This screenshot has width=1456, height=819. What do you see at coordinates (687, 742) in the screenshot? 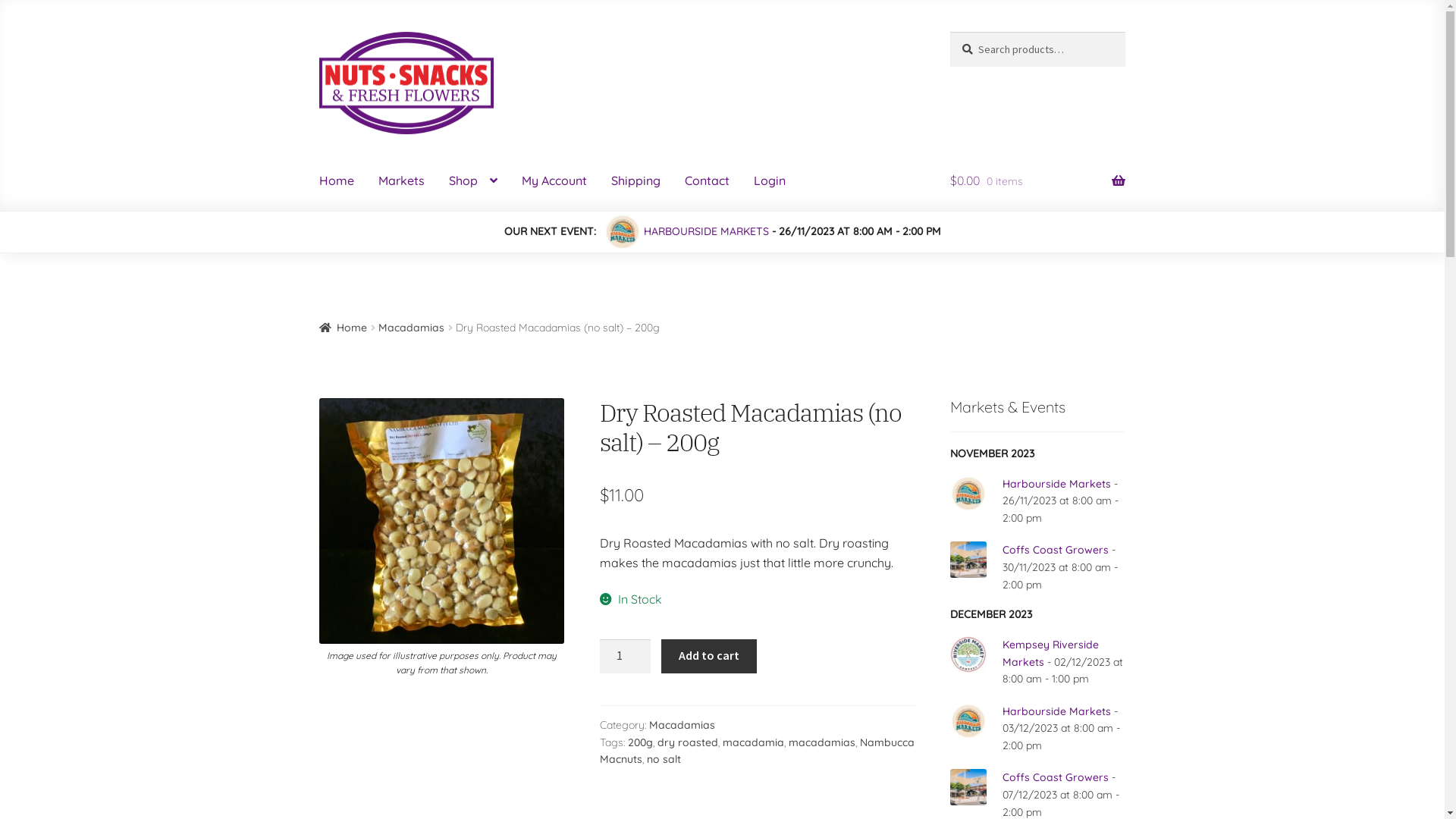
I see `'dry roasted'` at bounding box center [687, 742].